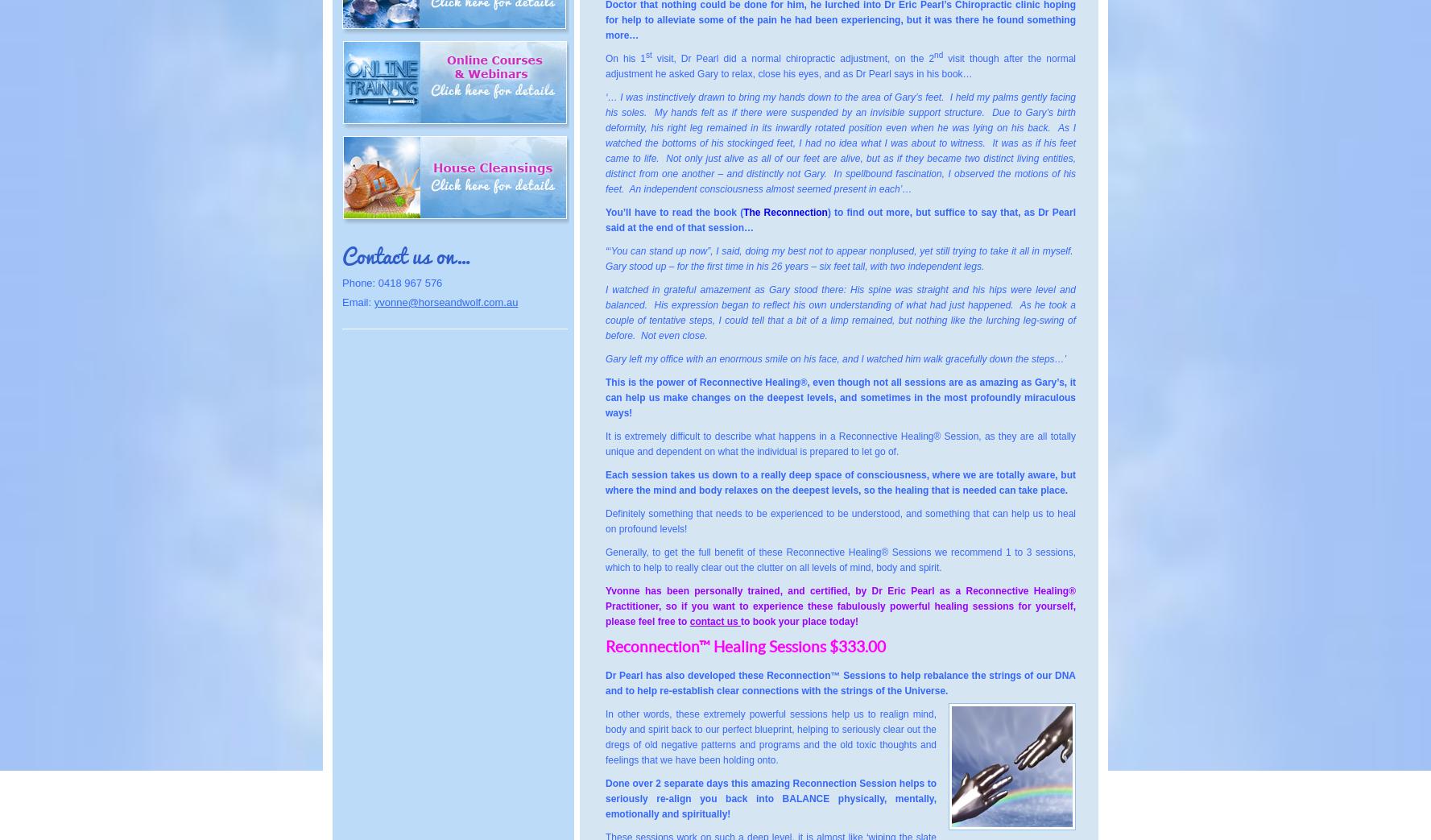 The height and width of the screenshot is (840, 1431). I want to click on 'nd', so click(938, 54).